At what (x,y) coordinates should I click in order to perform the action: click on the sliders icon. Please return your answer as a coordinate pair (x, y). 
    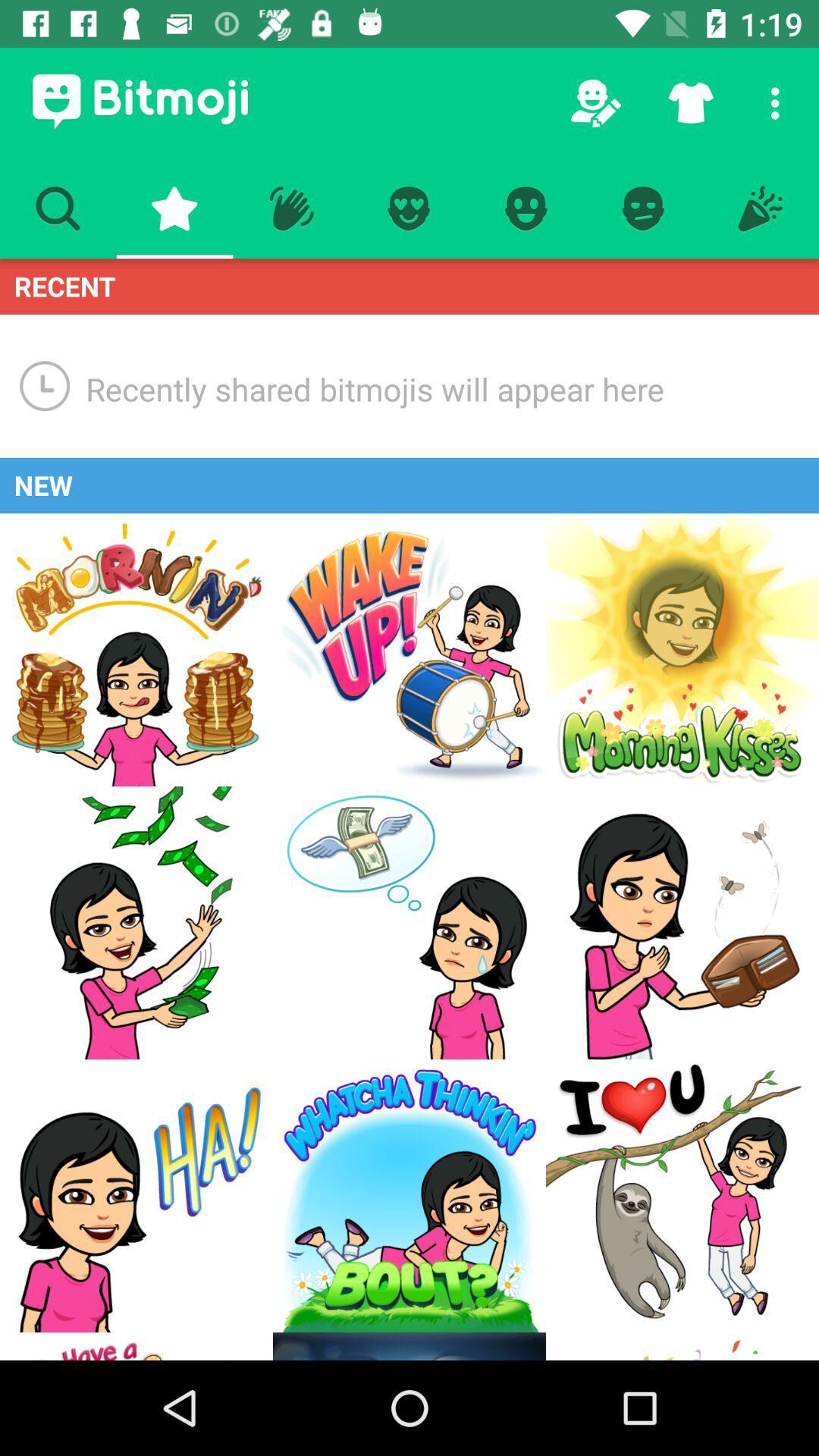
    Looking at the image, I should click on (681, 1346).